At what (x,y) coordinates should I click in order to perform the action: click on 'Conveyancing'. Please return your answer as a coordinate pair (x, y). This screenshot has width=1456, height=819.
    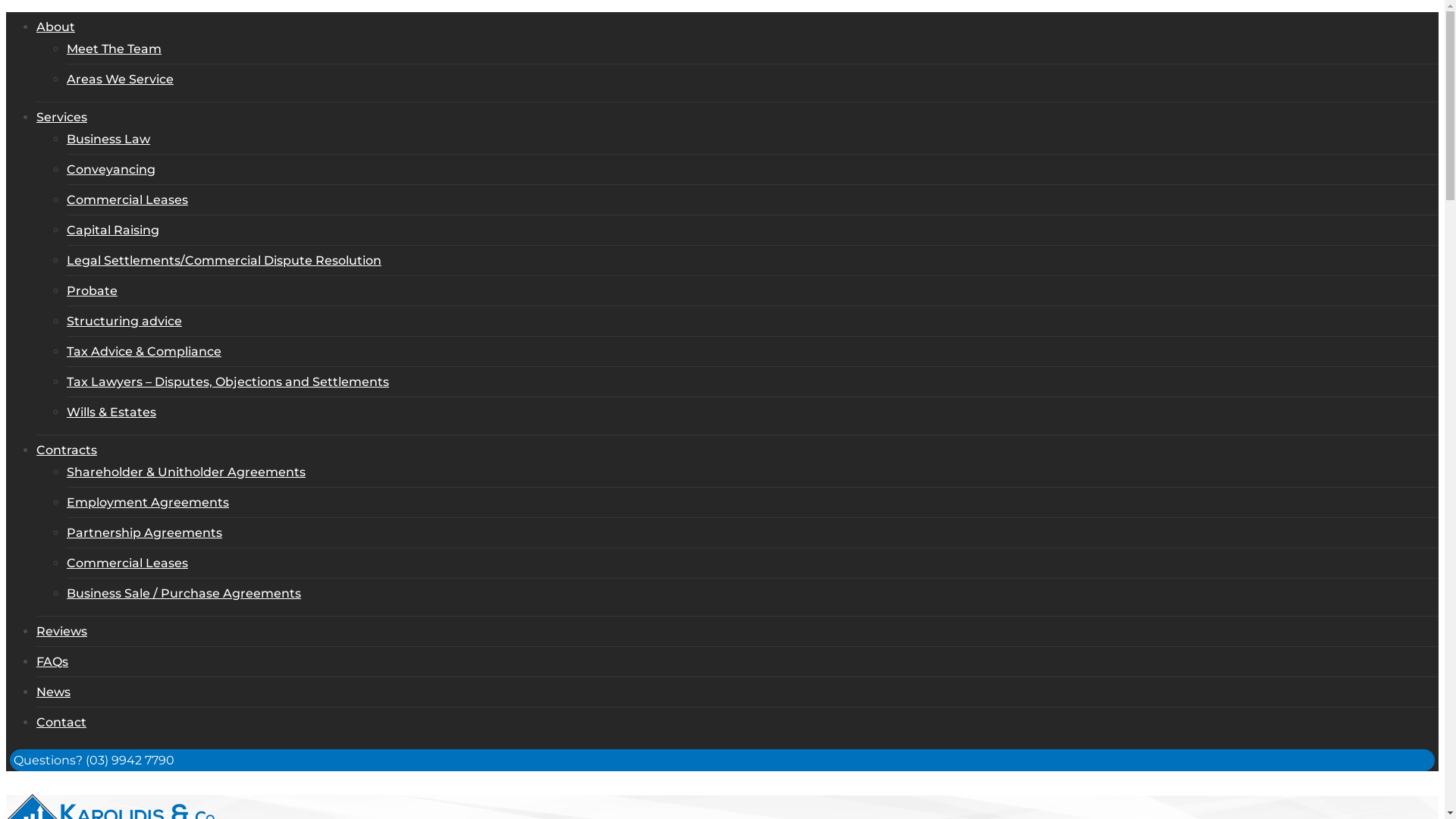
    Looking at the image, I should click on (110, 169).